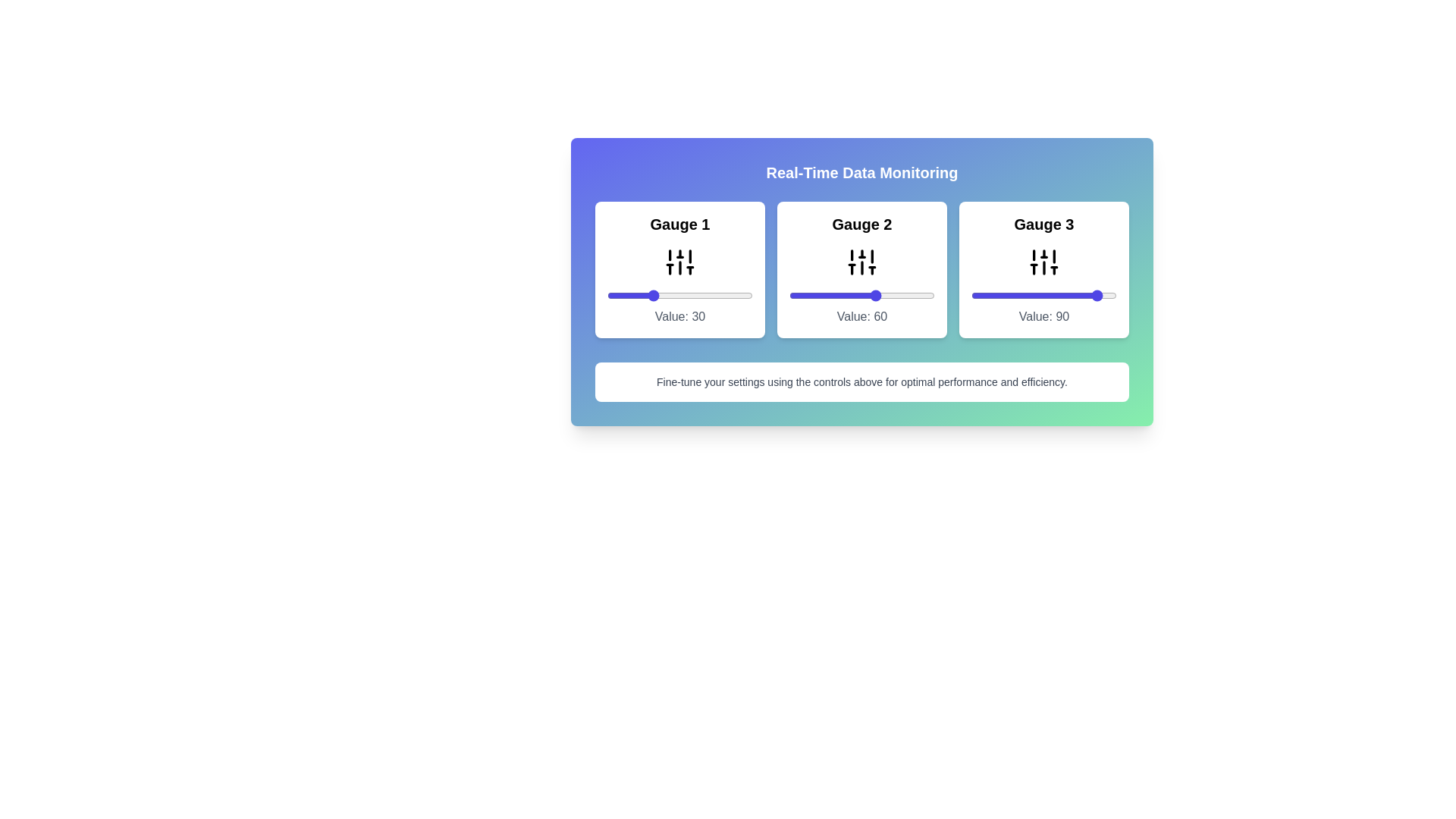  What do you see at coordinates (862, 268) in the screenshot?
I see `the interactive panel with the slider titled 'Gauge 2', which displays the value 60 and is located between 'Gauge 1' and 'Gauge 3'` at bounding box center [862, 268].